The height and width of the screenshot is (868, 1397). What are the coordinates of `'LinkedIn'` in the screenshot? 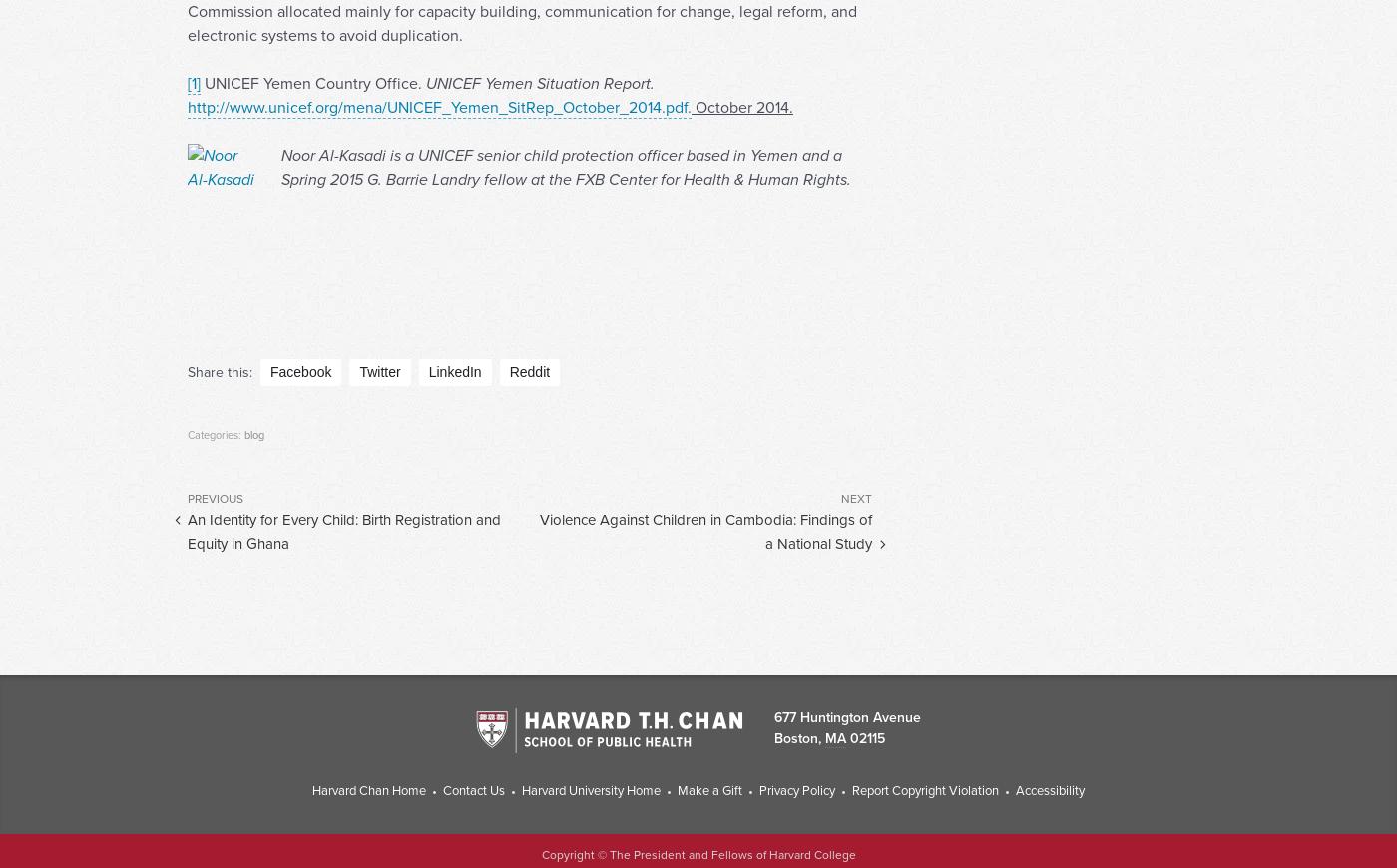 It's located at (454, 409).